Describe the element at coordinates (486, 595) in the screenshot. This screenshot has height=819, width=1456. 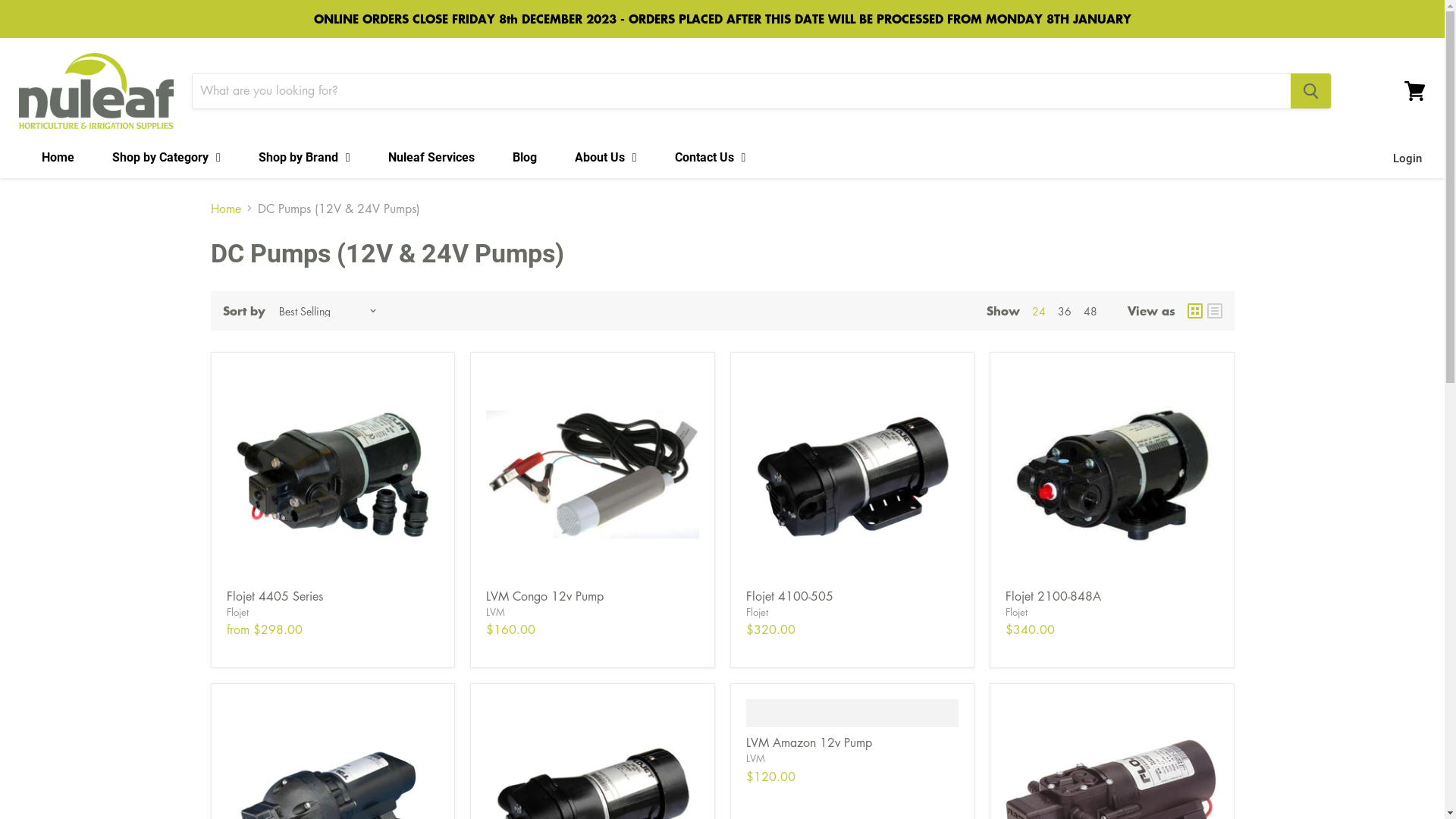
I see `'LVM Congo 12v Pump'` at that location.